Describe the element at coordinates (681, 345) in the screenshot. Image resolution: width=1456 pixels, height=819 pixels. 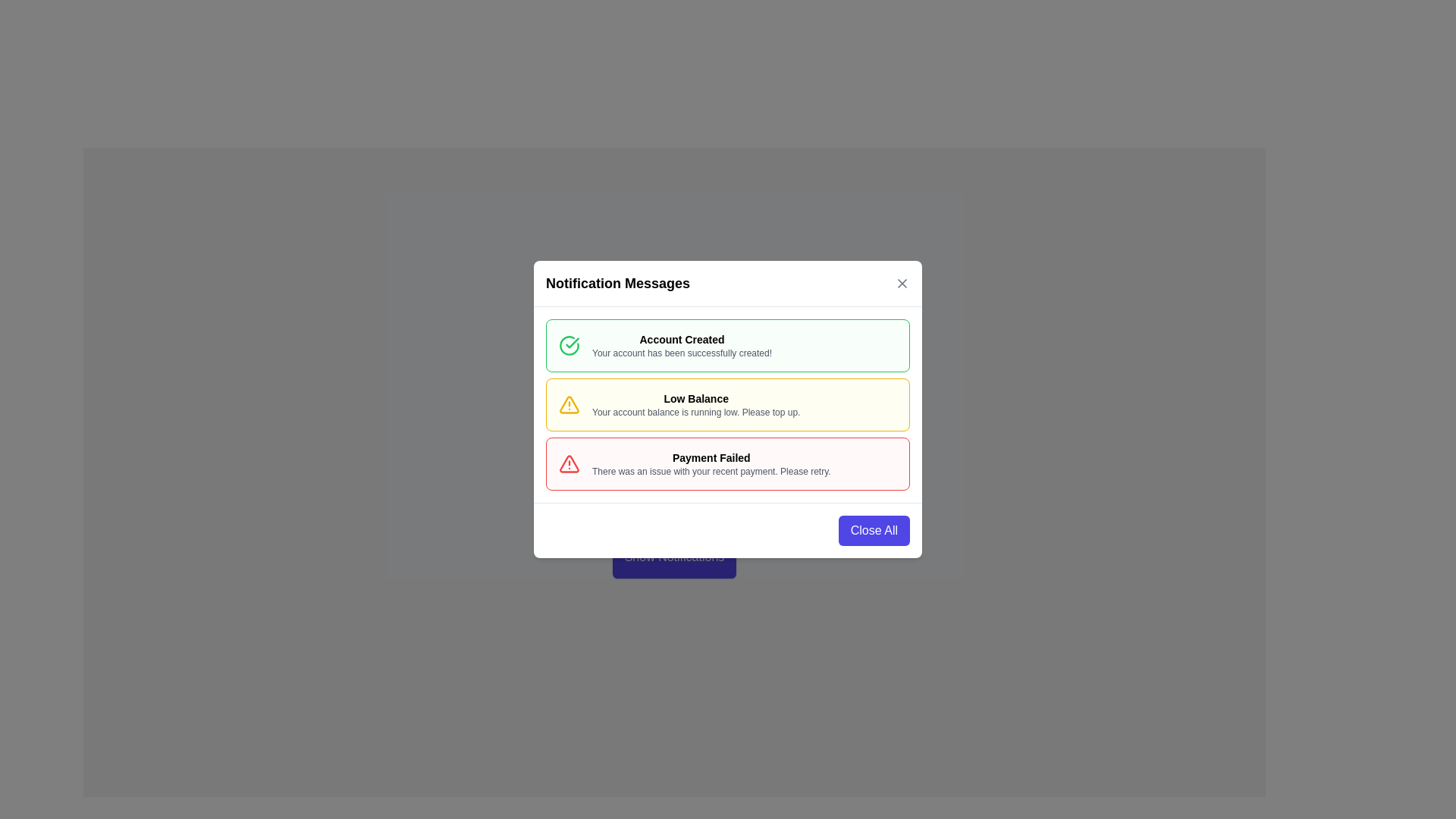
I see `the notification message element displaying 'Account Created' with a green border and light green background` at that location.